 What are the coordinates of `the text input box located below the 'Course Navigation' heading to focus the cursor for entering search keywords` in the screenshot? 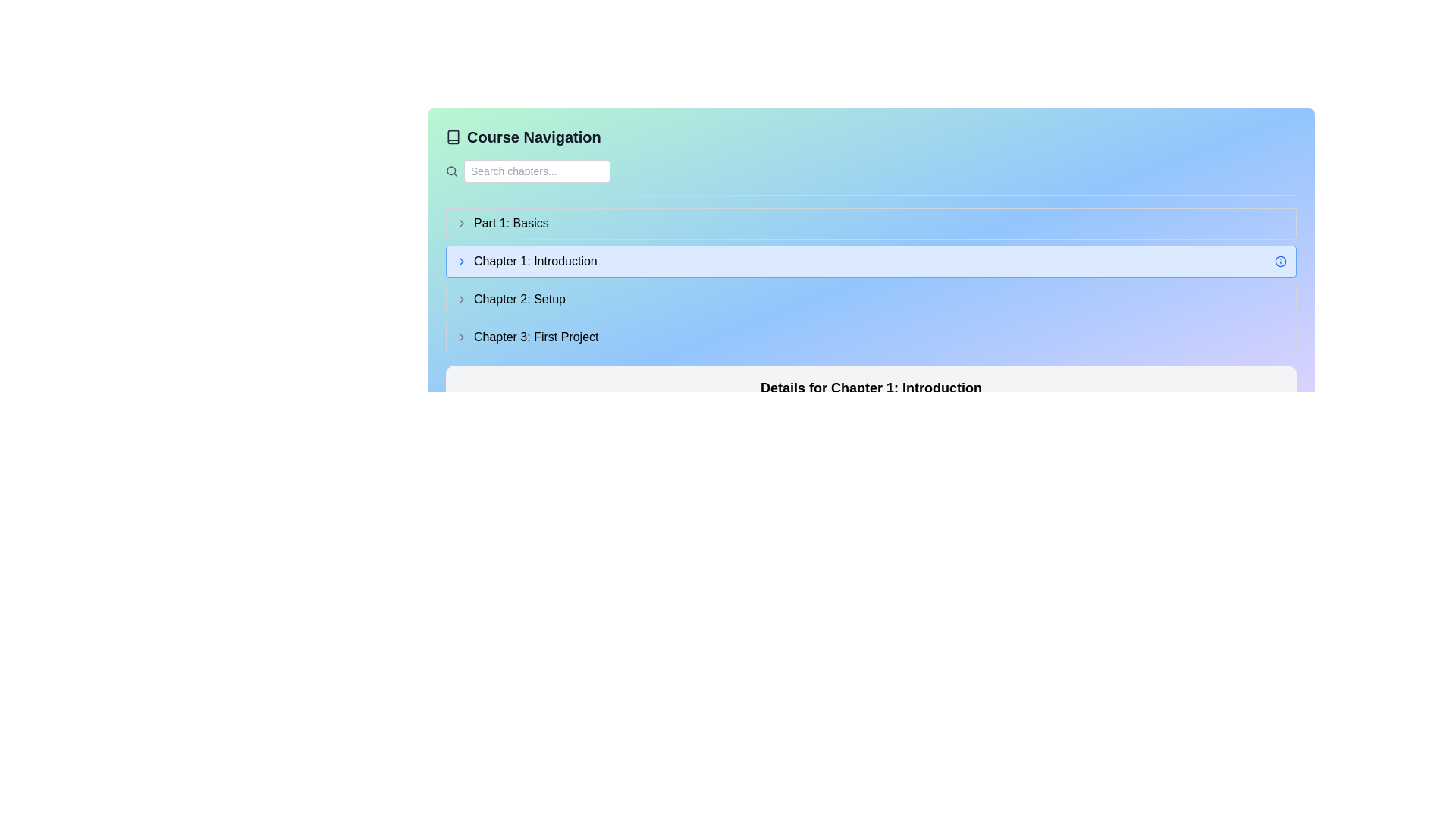 It's located at (537, 171).